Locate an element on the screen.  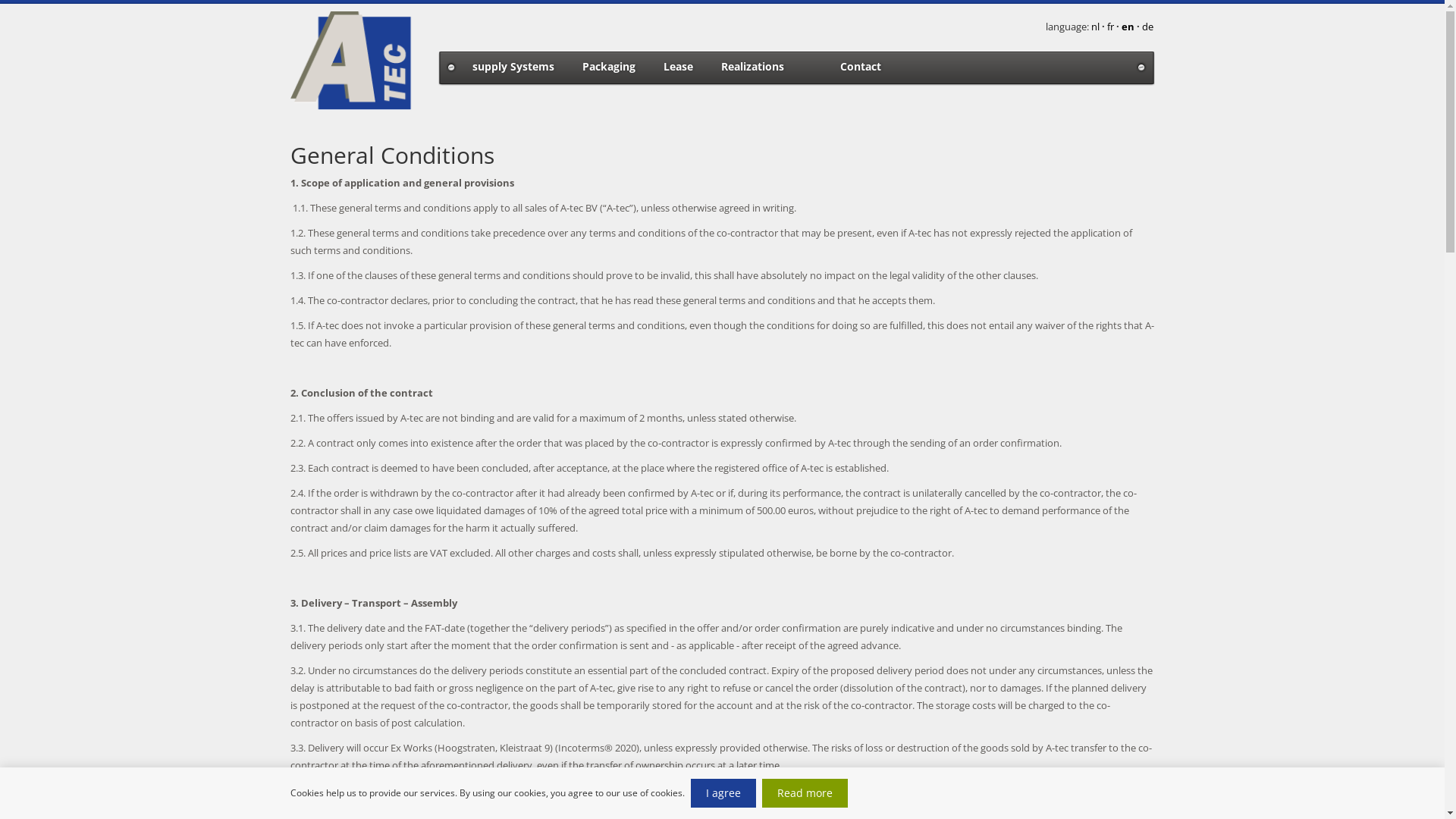
'fr' is located at coordinates (1106, 26).